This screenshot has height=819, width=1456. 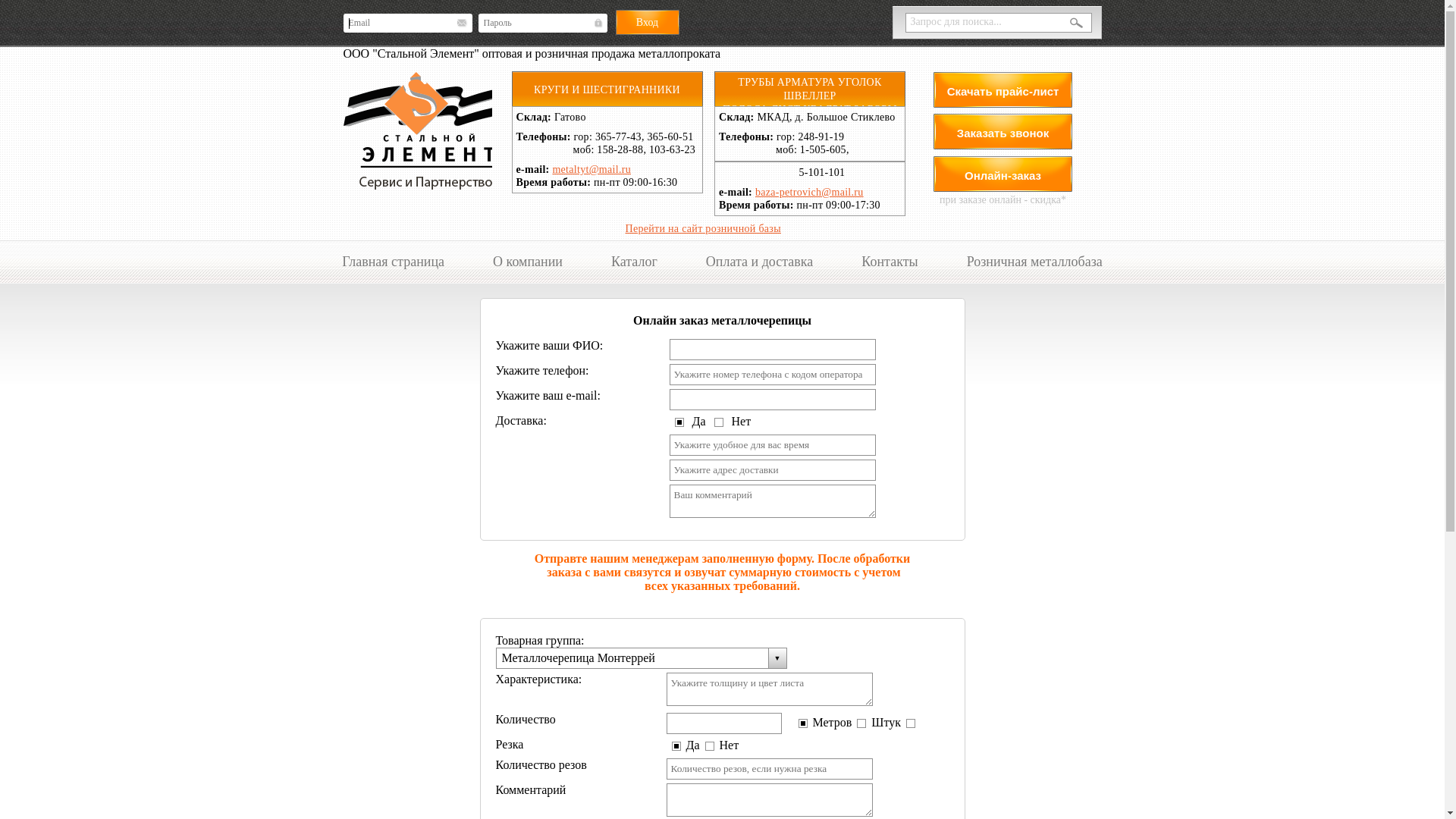 I want to click on 'metaltyt@mail.ru', so click(x=590, y=169).